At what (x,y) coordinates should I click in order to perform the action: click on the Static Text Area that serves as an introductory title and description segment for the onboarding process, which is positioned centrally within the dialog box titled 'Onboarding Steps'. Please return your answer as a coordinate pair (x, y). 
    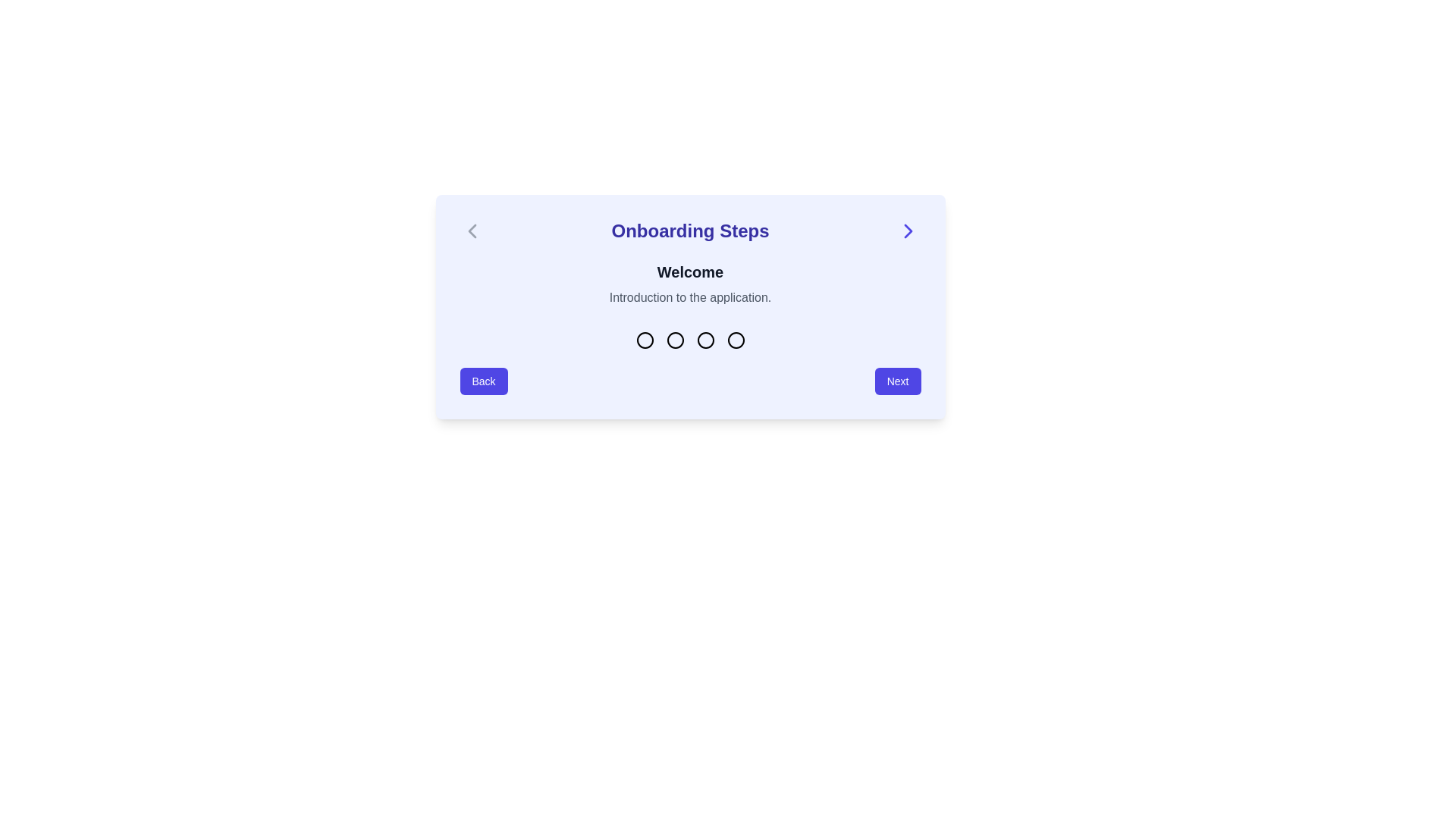
    Looking at the image, I should click on (689, 284).